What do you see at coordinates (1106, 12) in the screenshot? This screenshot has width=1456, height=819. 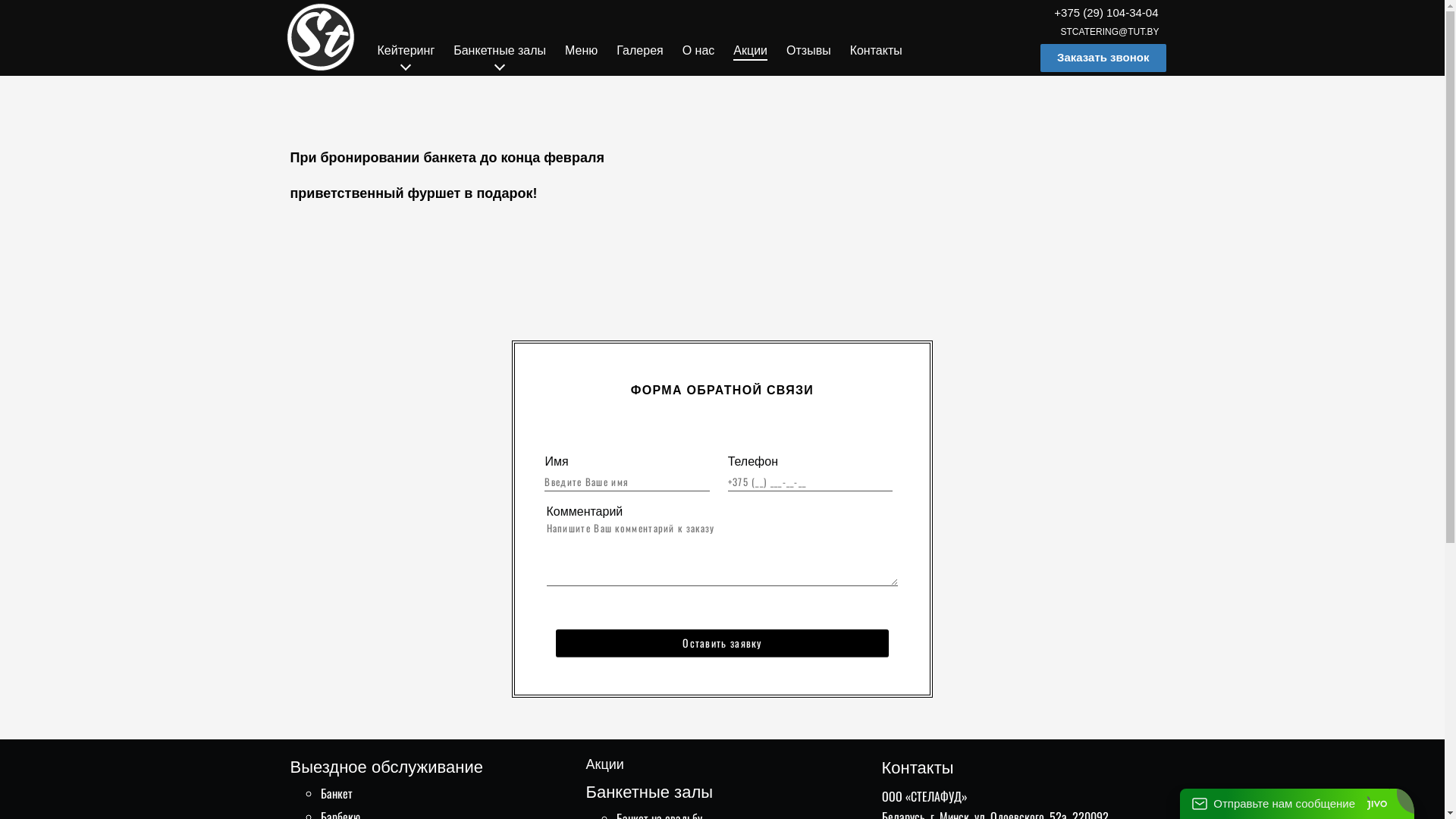 I see `'+375 (29) 104-34-04'` at bounding box center [1106, 12].